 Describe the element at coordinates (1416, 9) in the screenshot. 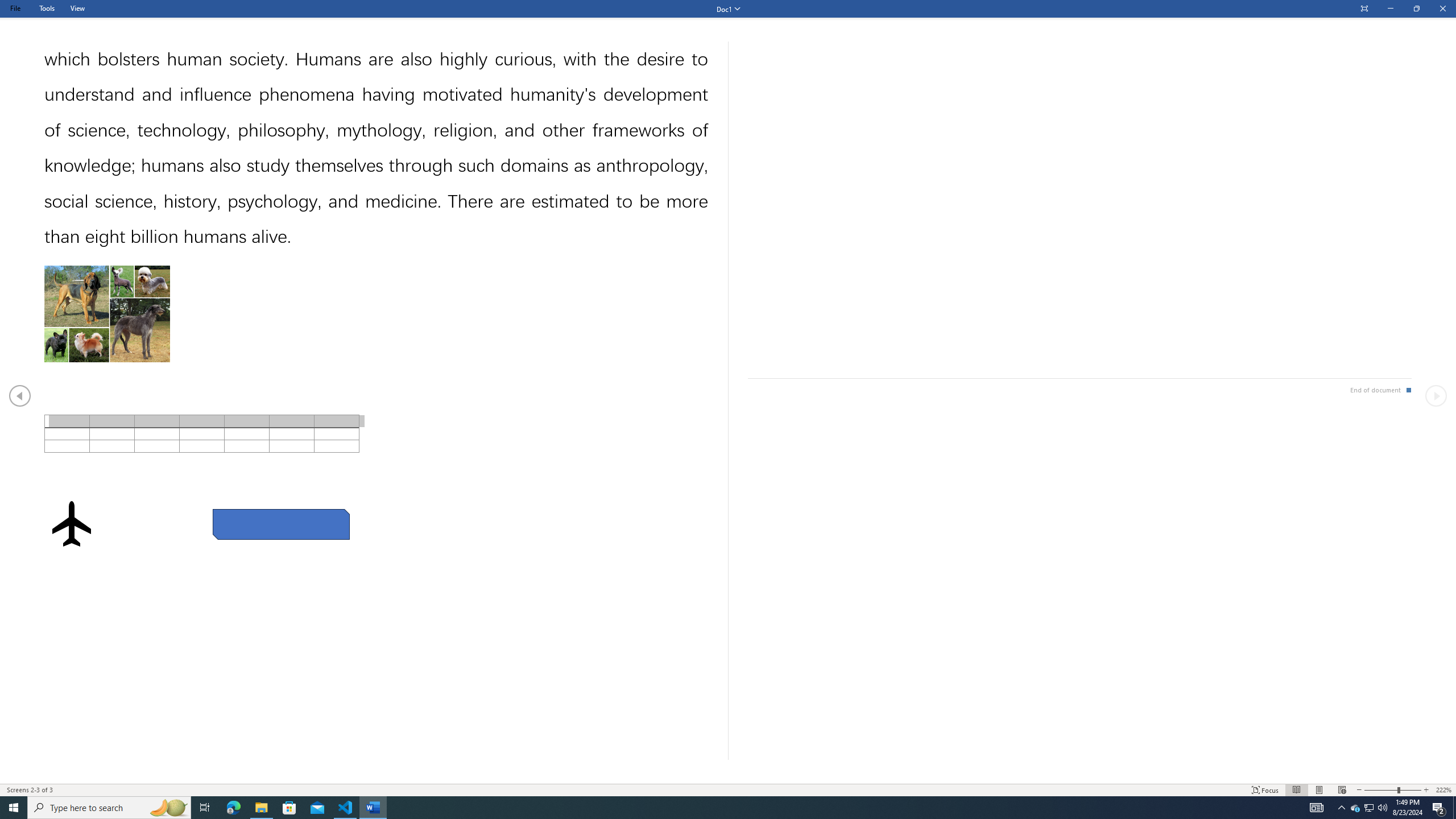

I see `'Restore Down'` at that location.